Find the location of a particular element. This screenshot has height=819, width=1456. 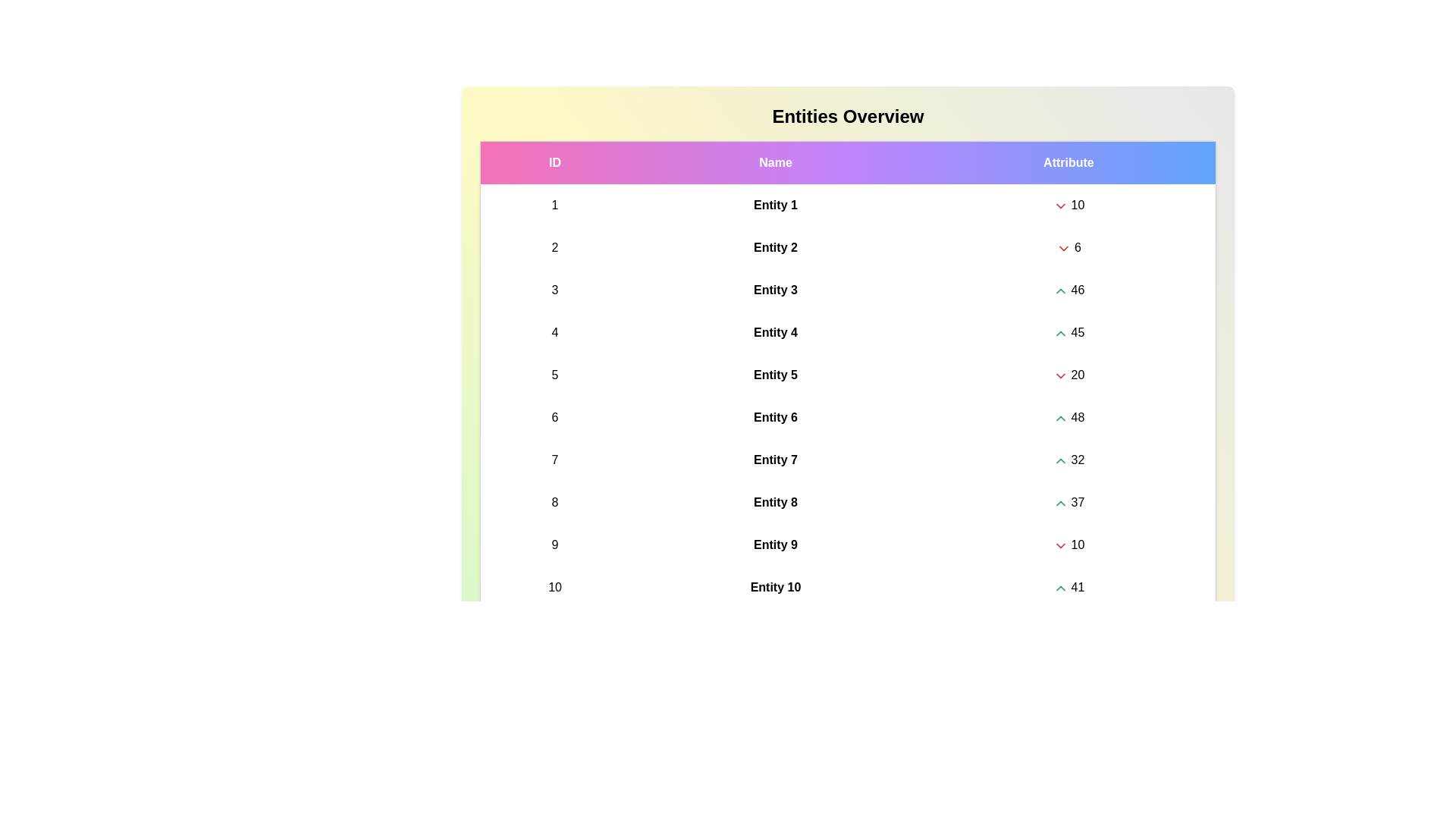

the table header ID to sort the table by that column is located at coordinates (554, 162).